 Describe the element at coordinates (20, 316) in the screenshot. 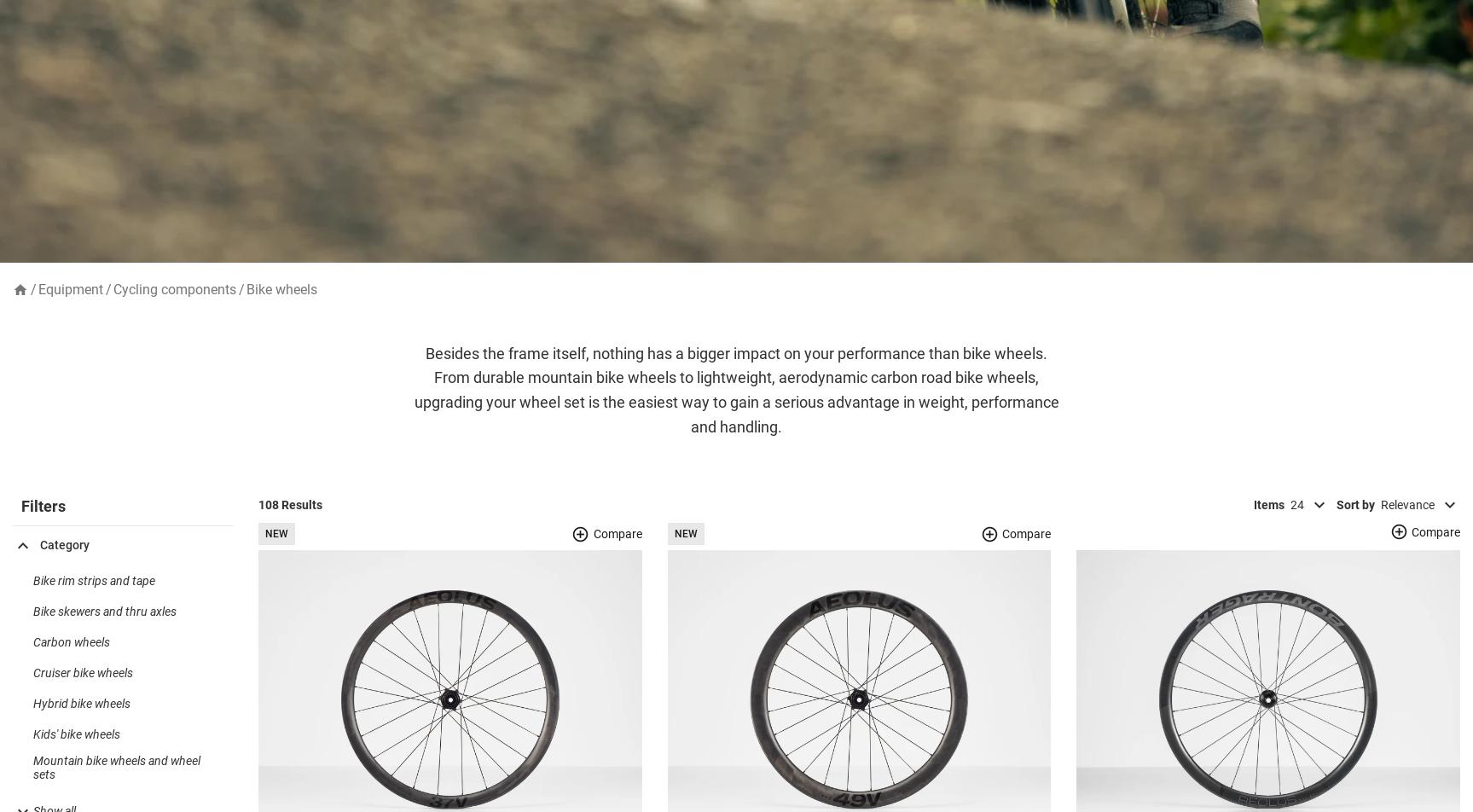

I see `'home'` at that location.